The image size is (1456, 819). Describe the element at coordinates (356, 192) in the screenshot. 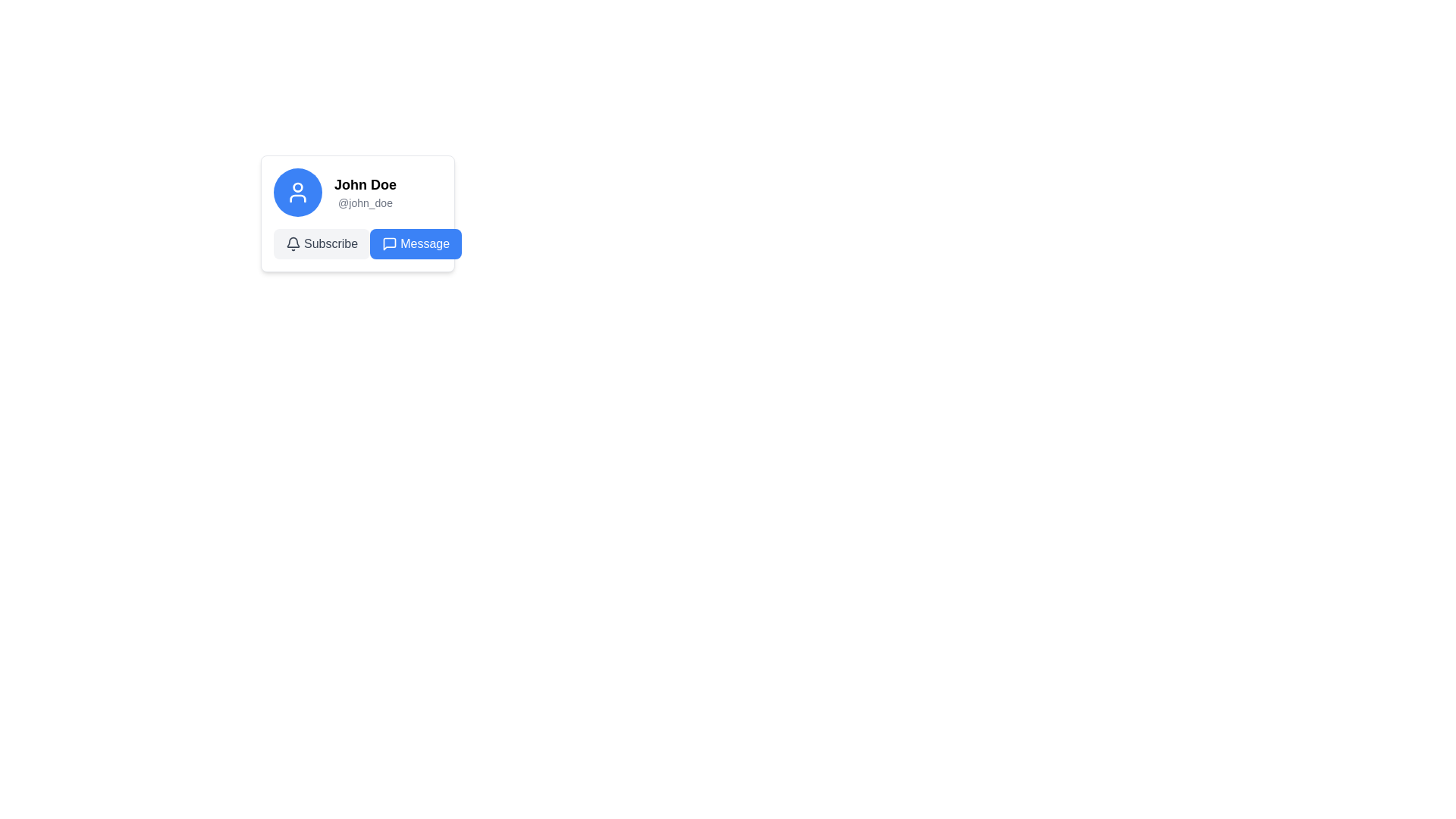

I see `the Text Display element containing the name 'John Doe' and username '@john_doe', located in the upper half of a card-like section` at that location.